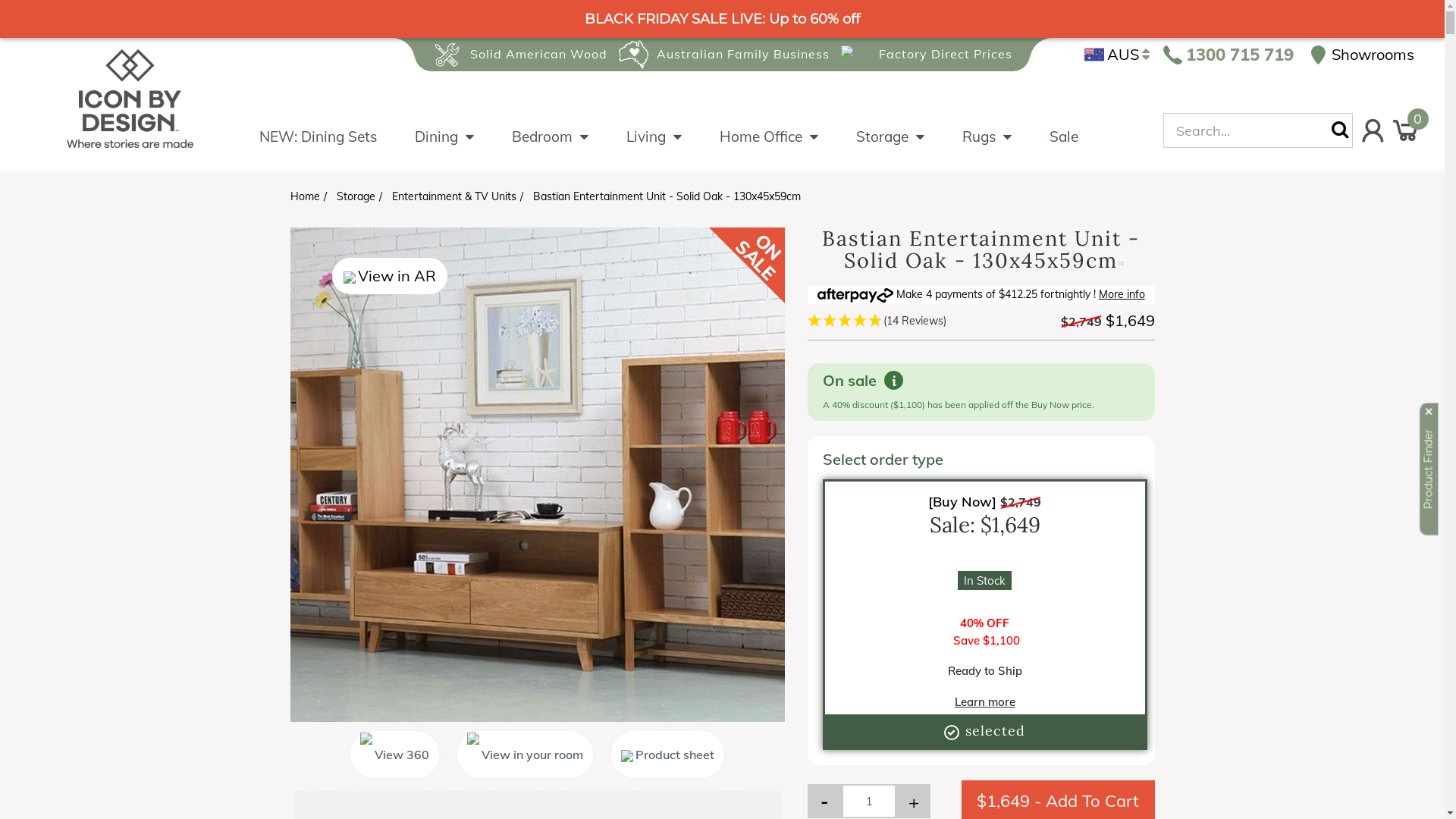 The height and width of the screenshot is (819, 1456). What do you see at coordinates (672, 149) in the screenshot?
I see `'Living'` at bounding box center [672, 149].